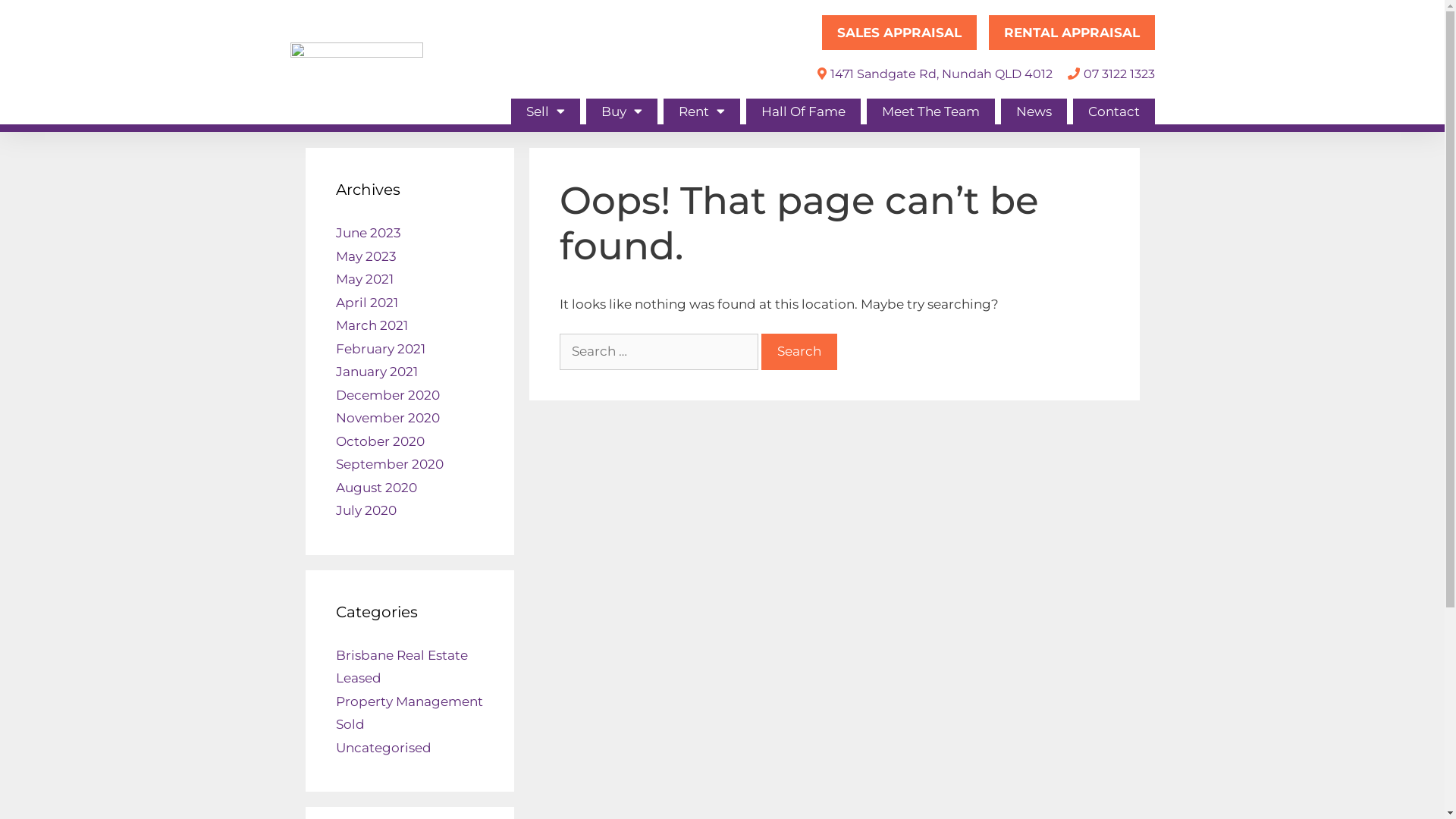 Image resolution: width=1456 pixels, height=819 pixels. What do you see at coordinates (334, 324) in the screenshot?
I see `'March 2021'` at bounding box center [334, 324].